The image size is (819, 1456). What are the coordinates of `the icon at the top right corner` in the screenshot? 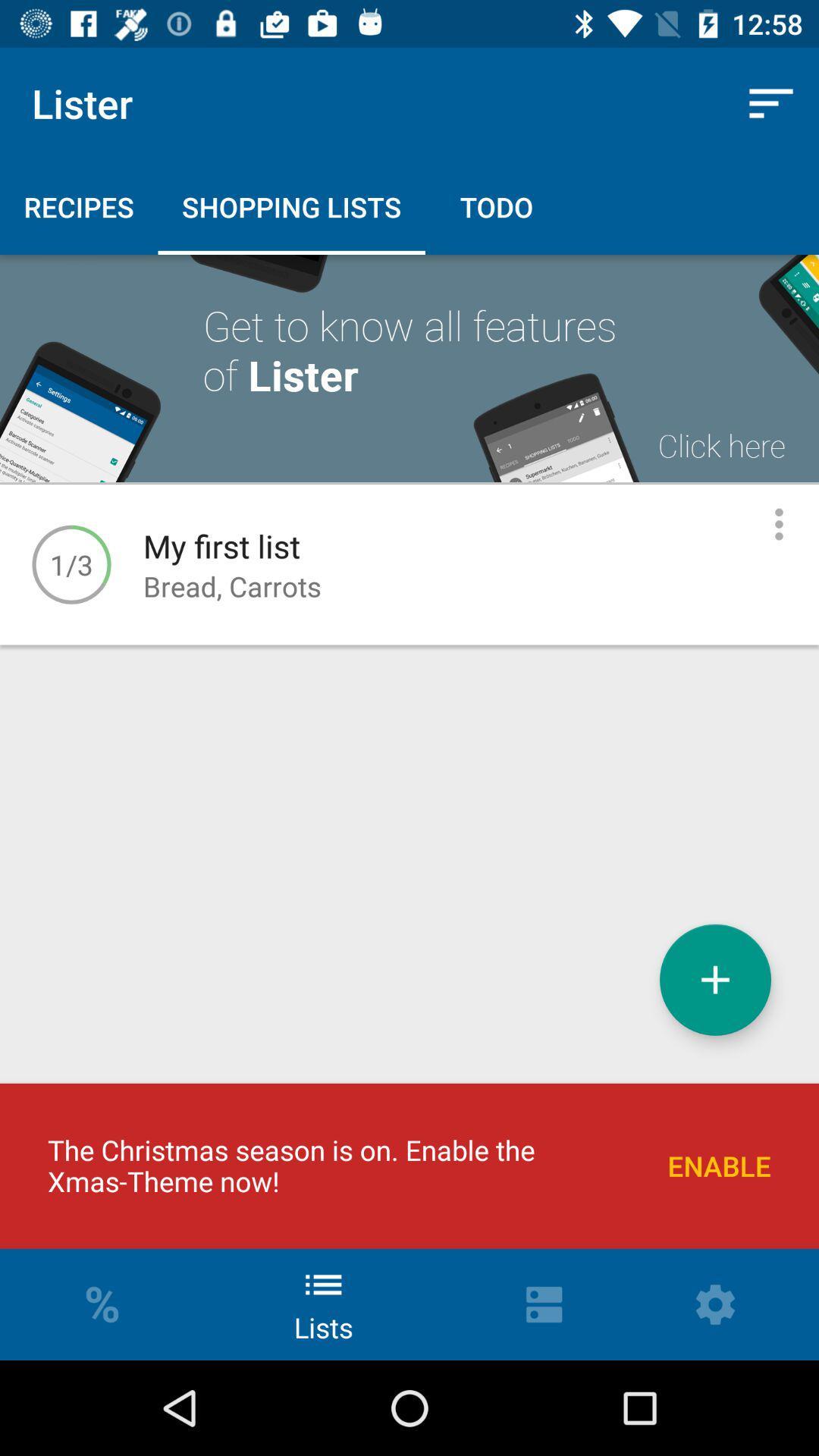 It's located at (771, 102).